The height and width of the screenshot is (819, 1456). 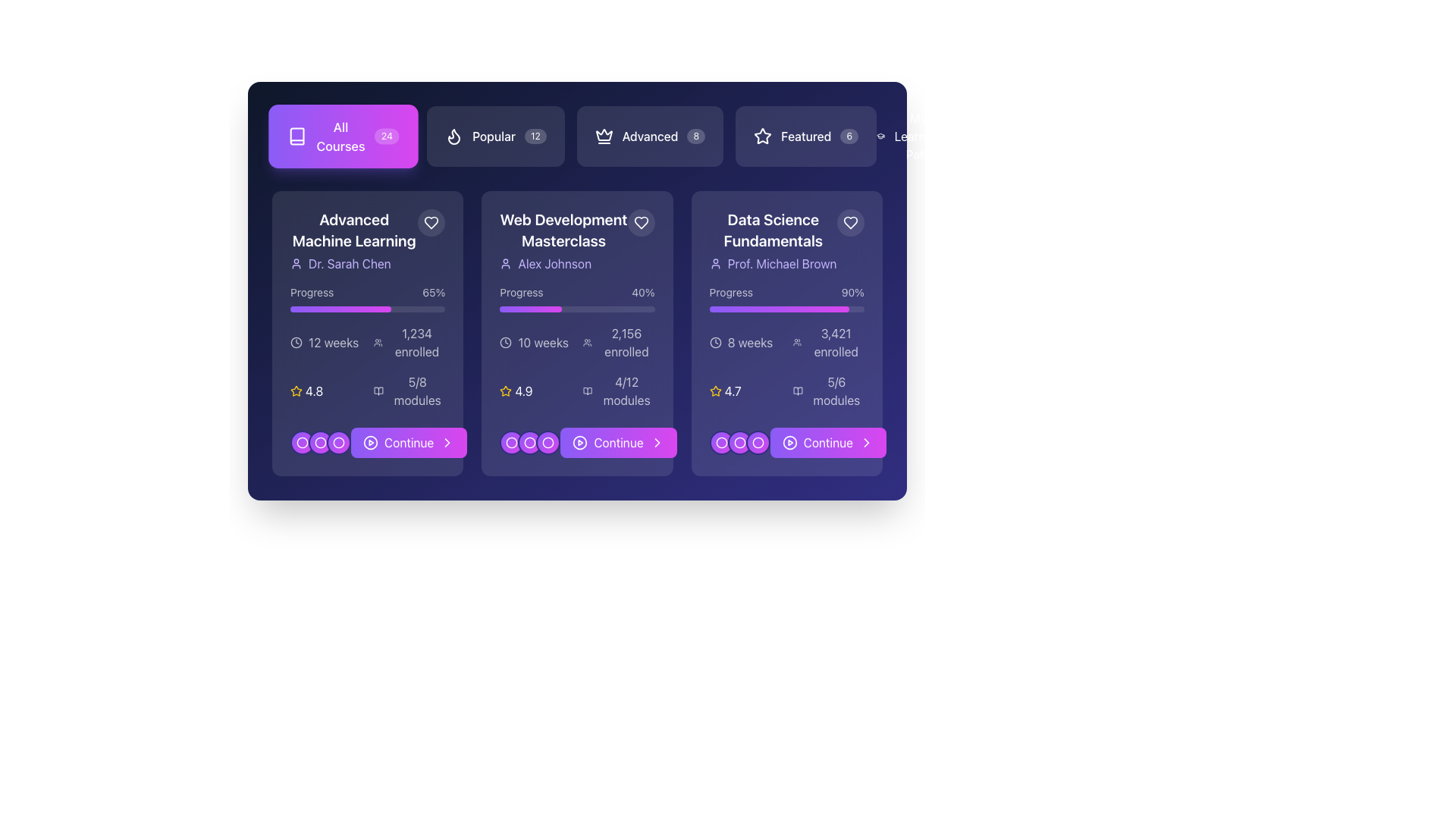 What do you see at coordinates (409, 442) in the screenshot?
I see `the 'Continue' button with a gradient background transitioning from violet to fuchsia, which is located at the bottom center of the 'Advanced Machine Learning' course card, to trigger related hover effects` at bounding box center [409, 442].